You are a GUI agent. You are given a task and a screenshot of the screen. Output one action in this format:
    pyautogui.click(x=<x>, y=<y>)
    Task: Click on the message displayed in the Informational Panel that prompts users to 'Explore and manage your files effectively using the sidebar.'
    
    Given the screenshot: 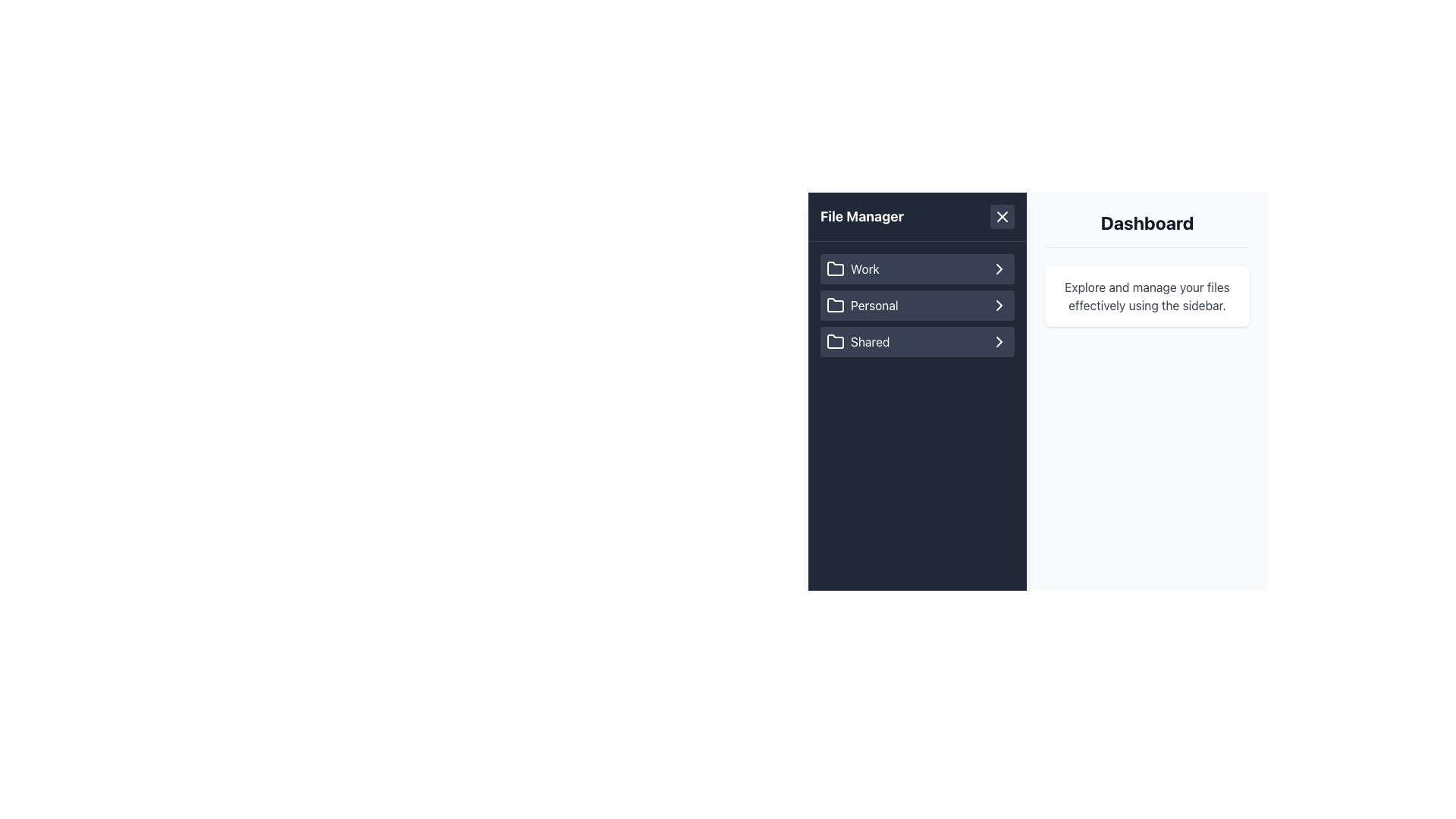 What is the action you would take?
    pyautogui.click(x=1147, y=296)
    